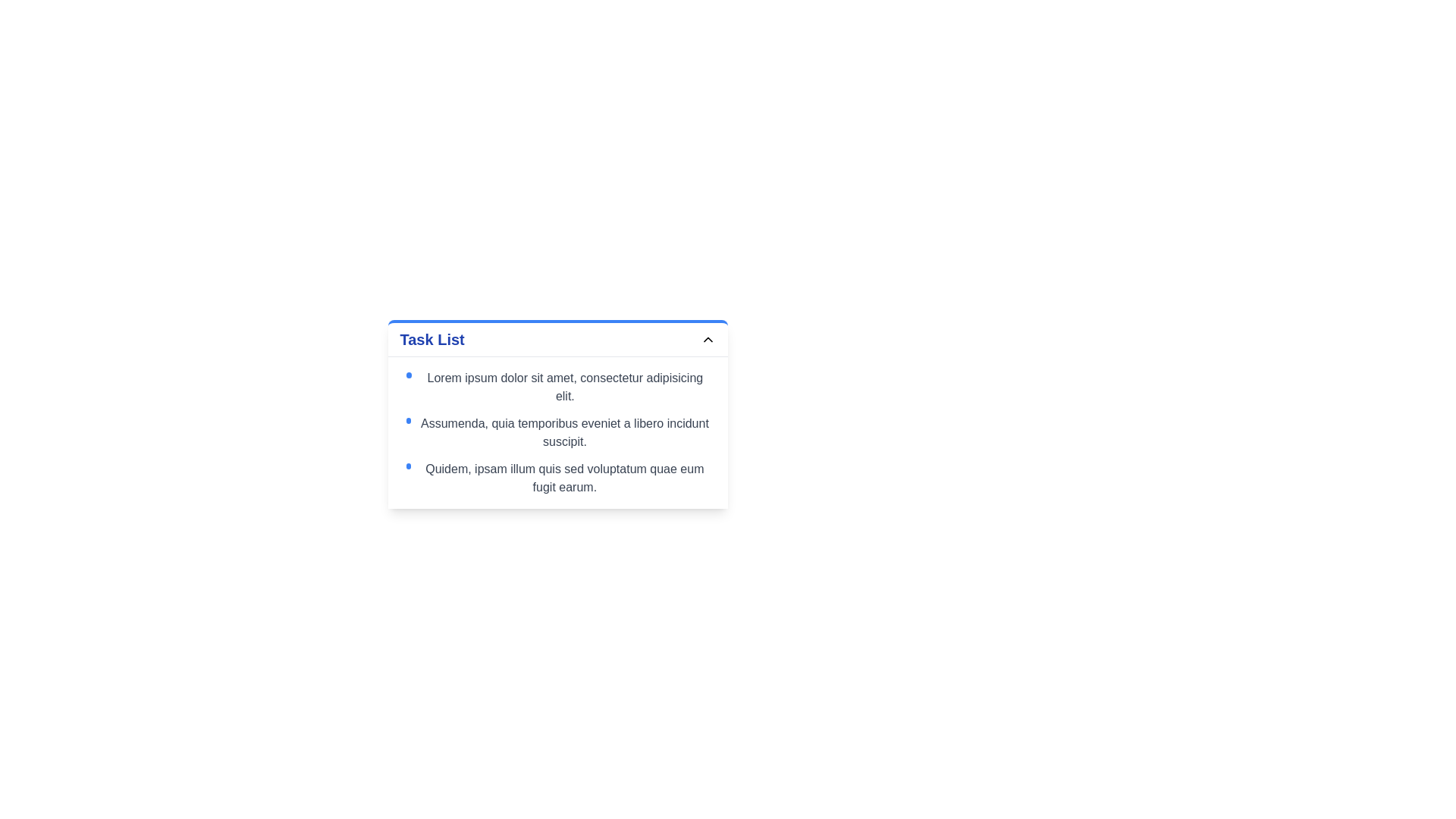 The height and width of the screenshot is (819, 1456). I want to click on the first list item containing the blue circular bullet point and the text 'Lorem ipsum dolor sit amet, consectetur adipisicing elit.', so click(557, 386).